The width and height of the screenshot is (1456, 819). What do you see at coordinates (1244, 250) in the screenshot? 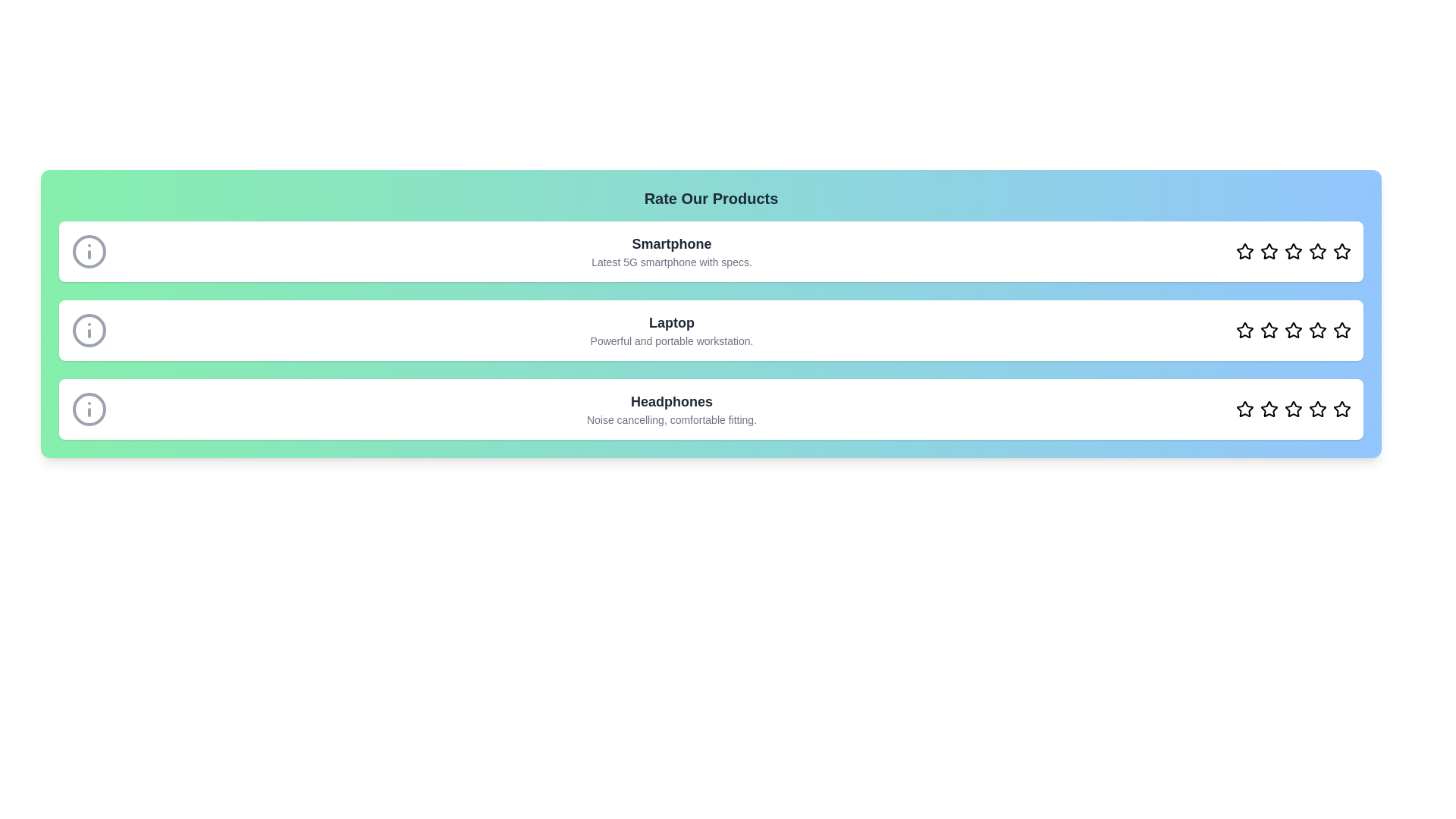
I see `the first rating star icon for the item 'Smartphone', which is part of a group of five horizontally-arranged stars` at bounding box center [1244, 250].